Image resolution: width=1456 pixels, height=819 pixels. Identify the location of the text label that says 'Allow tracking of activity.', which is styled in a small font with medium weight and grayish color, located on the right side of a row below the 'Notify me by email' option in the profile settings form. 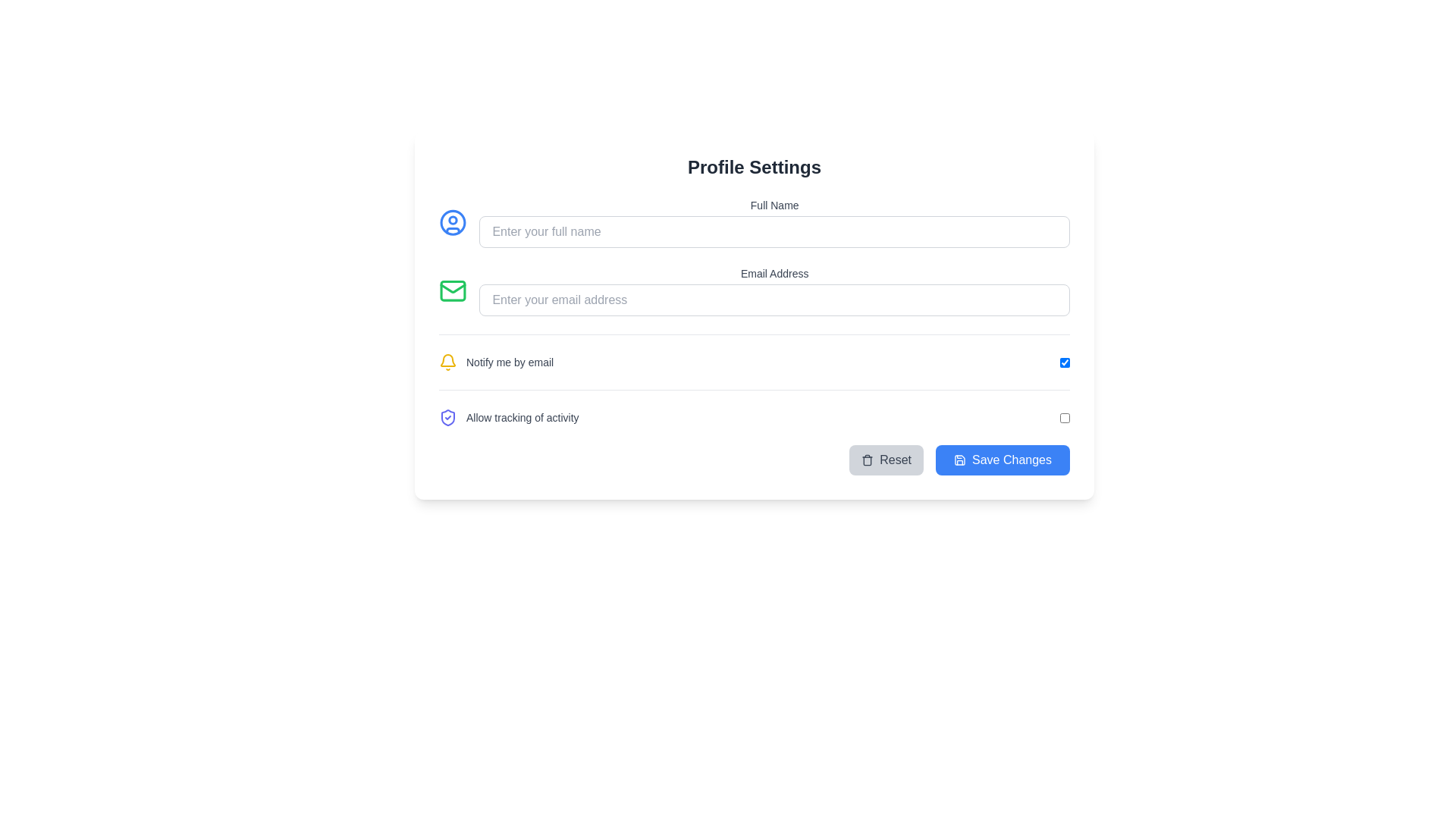
(522, 418).